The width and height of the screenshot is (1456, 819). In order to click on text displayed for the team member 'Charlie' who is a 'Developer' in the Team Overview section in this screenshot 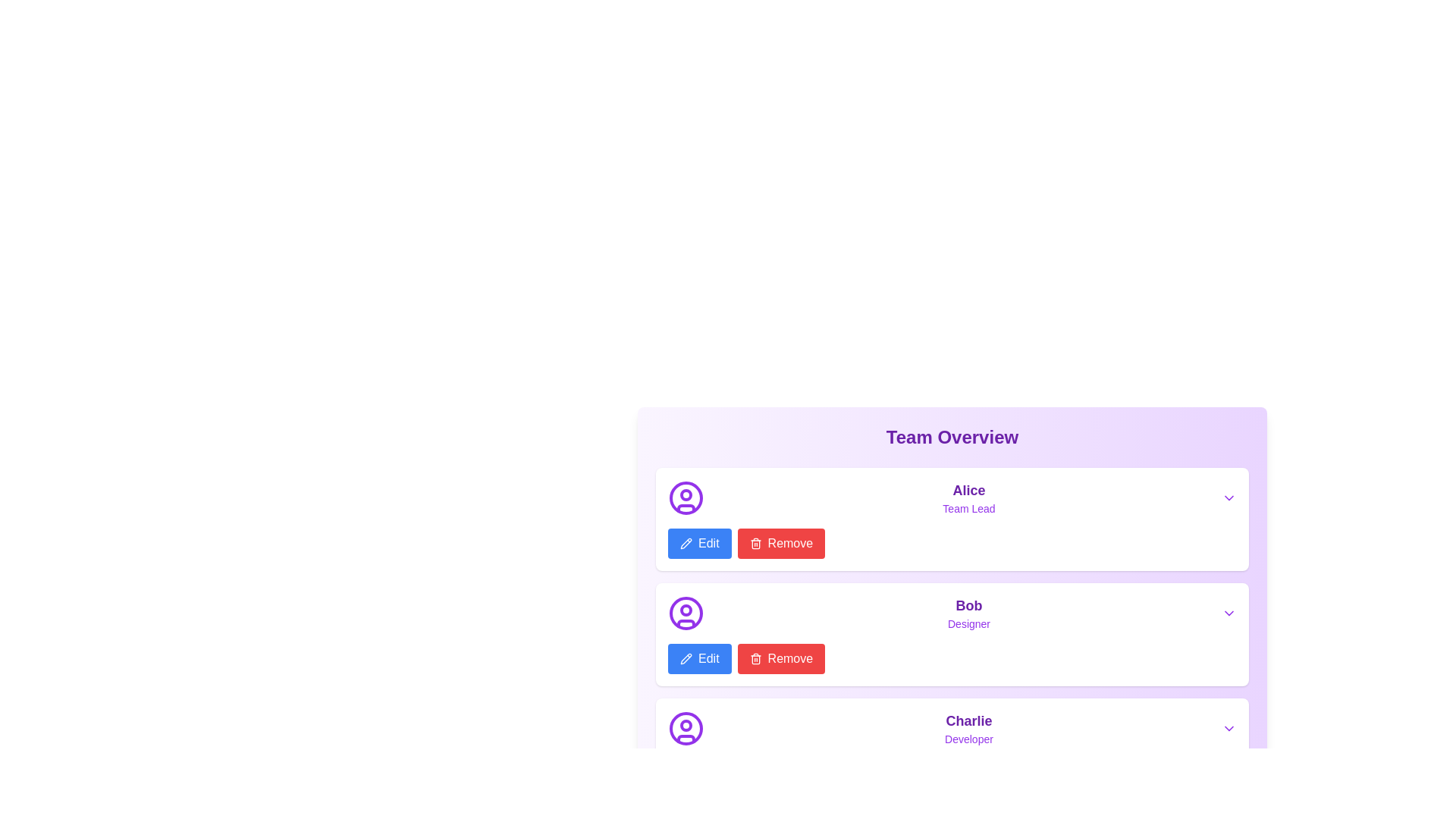, I will do `click(968, 727)`.